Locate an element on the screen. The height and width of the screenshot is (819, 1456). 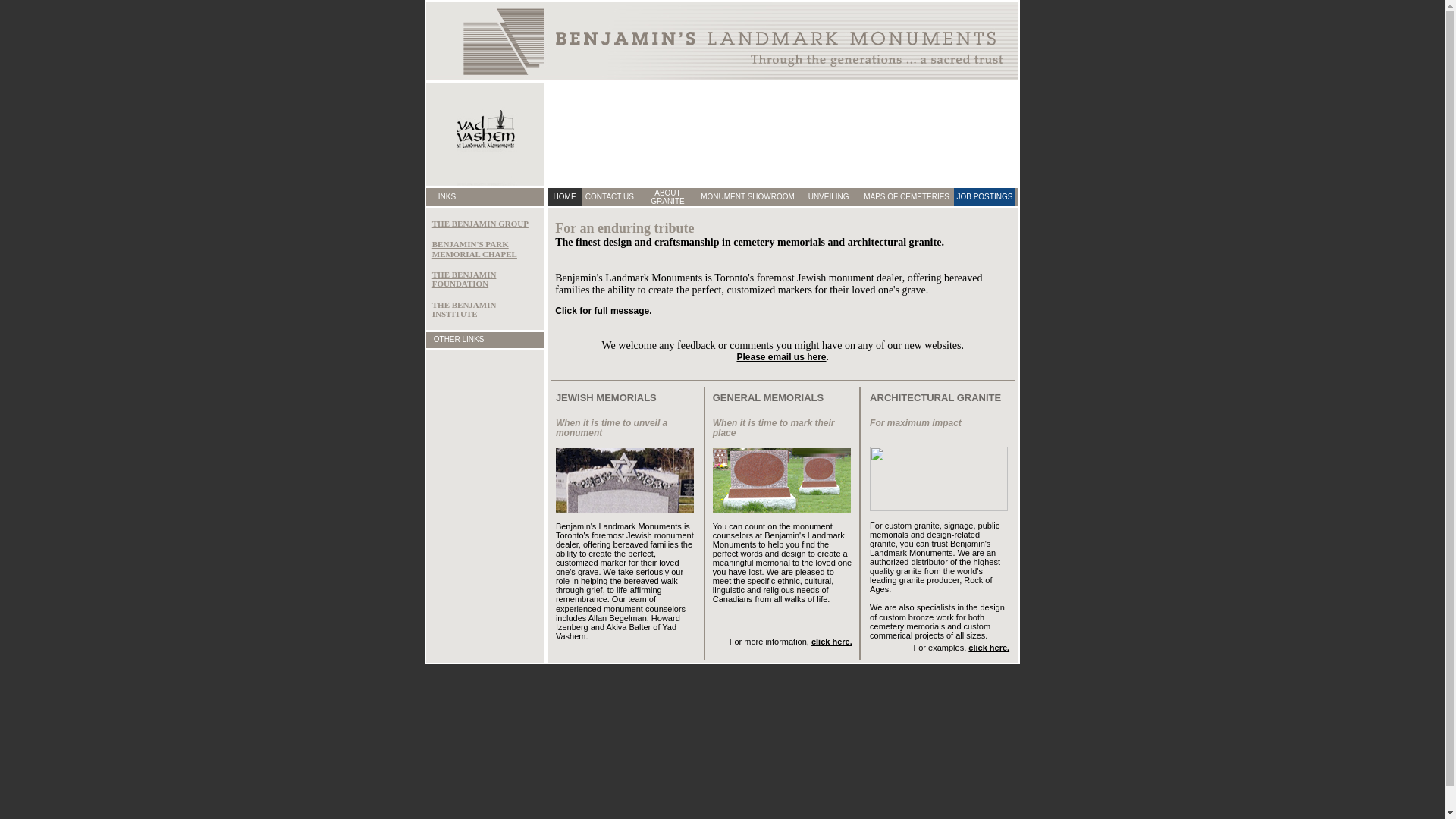
'MAPS OF CEMETERIES' is located at coordinates (906, 196).